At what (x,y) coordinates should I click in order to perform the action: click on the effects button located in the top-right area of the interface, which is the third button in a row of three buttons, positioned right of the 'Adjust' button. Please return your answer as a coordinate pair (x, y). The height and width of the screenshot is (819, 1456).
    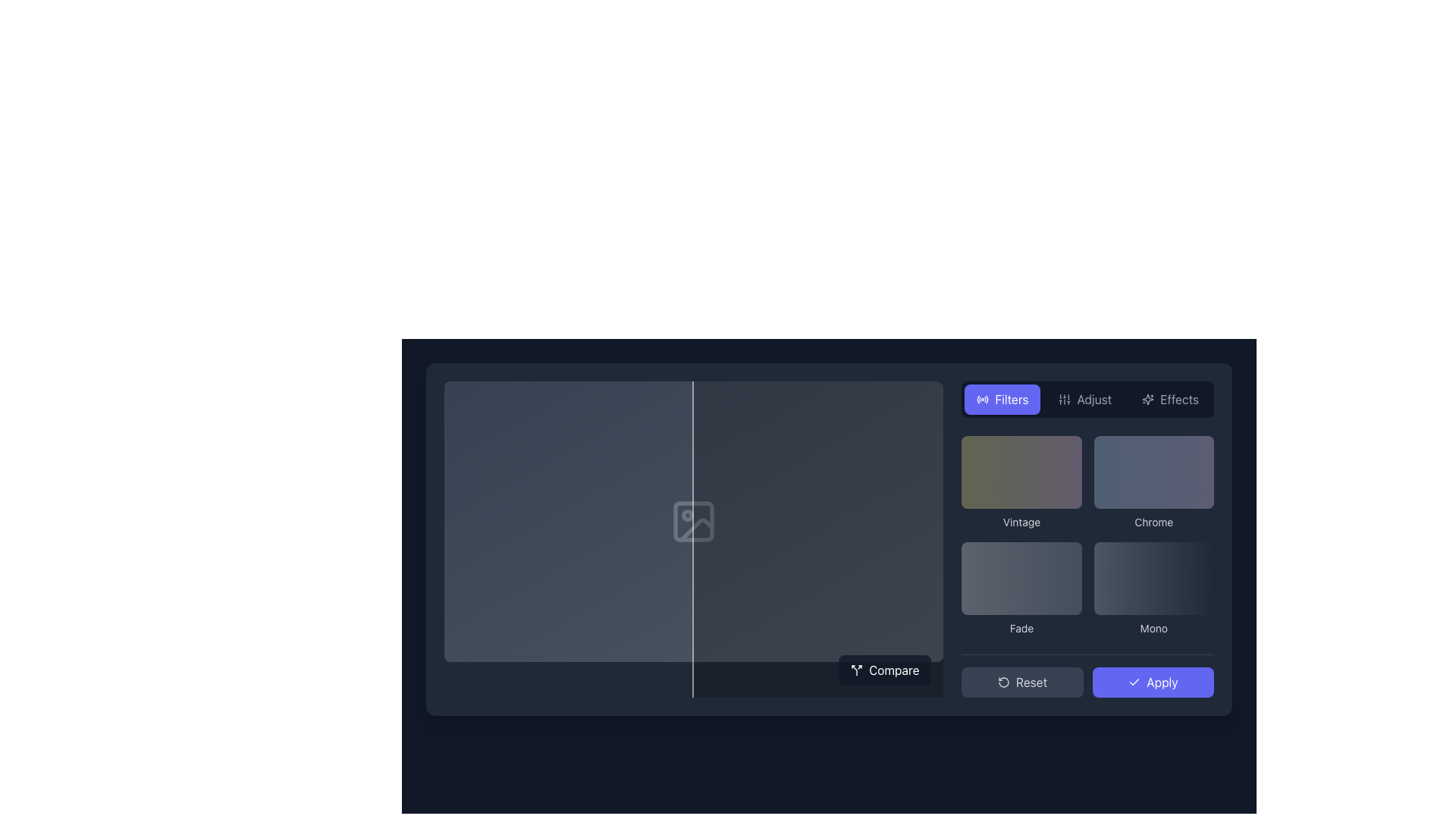
    Looking at the image, I should click on (1169, 399).